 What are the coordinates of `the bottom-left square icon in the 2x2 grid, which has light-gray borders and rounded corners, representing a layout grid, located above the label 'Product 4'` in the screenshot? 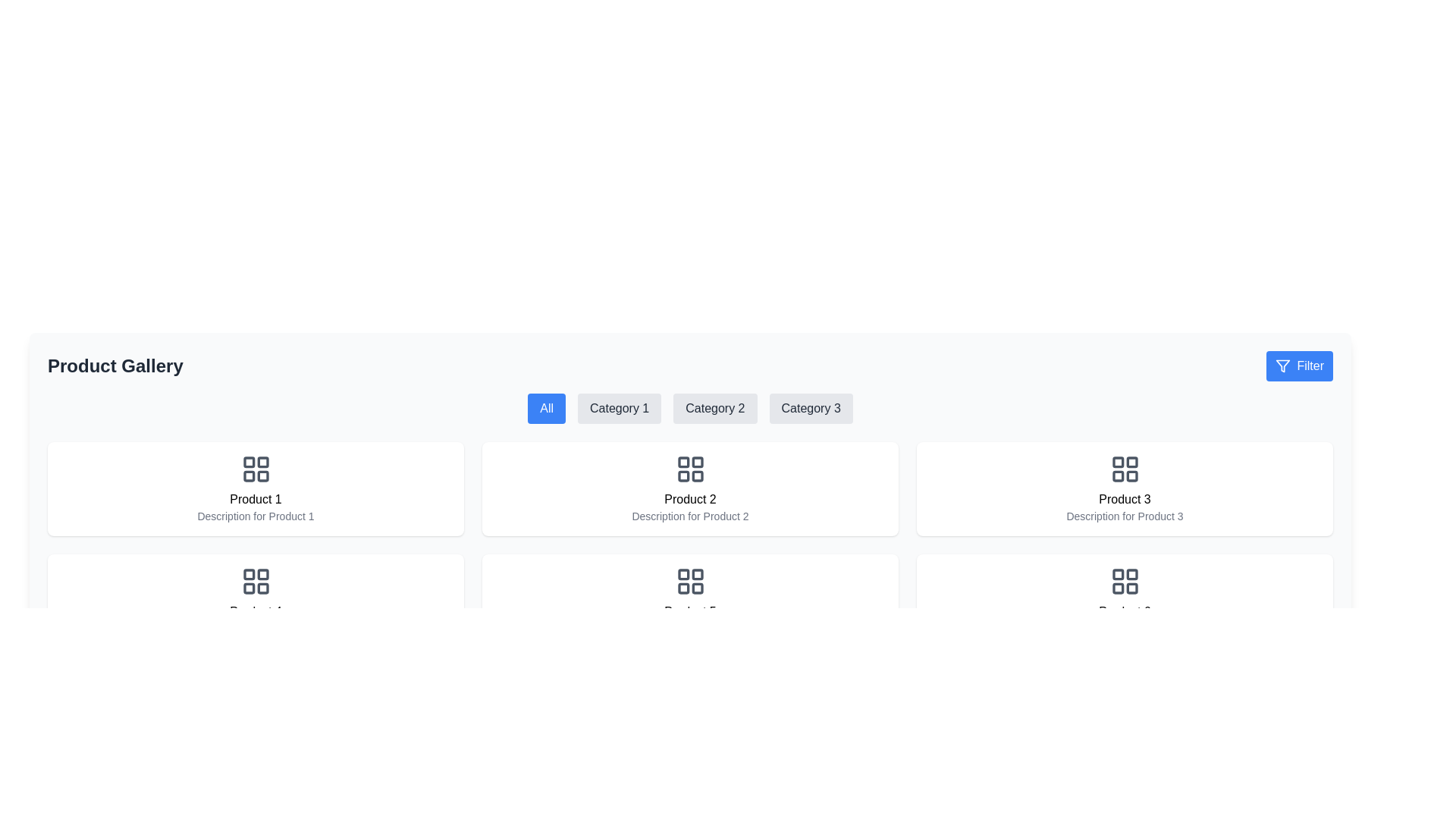 It's located at (1118, 588).